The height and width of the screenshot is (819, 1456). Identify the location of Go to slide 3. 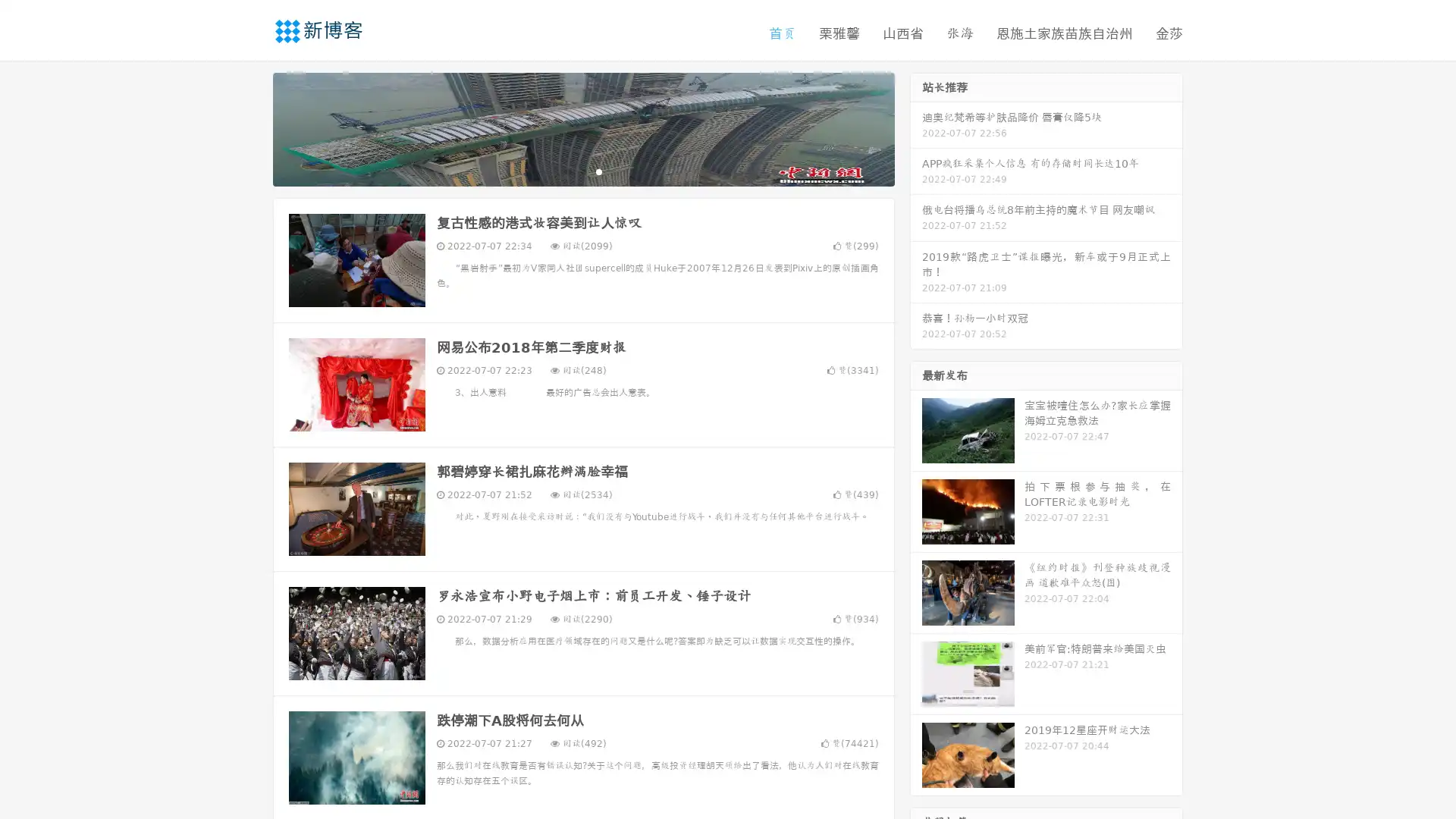
(598, 171).